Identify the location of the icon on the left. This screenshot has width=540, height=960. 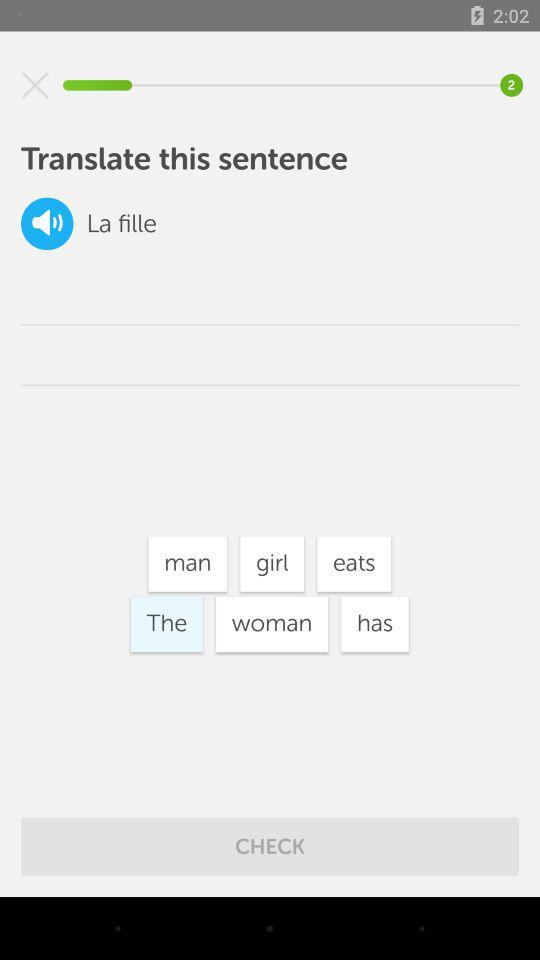
(165, 623).